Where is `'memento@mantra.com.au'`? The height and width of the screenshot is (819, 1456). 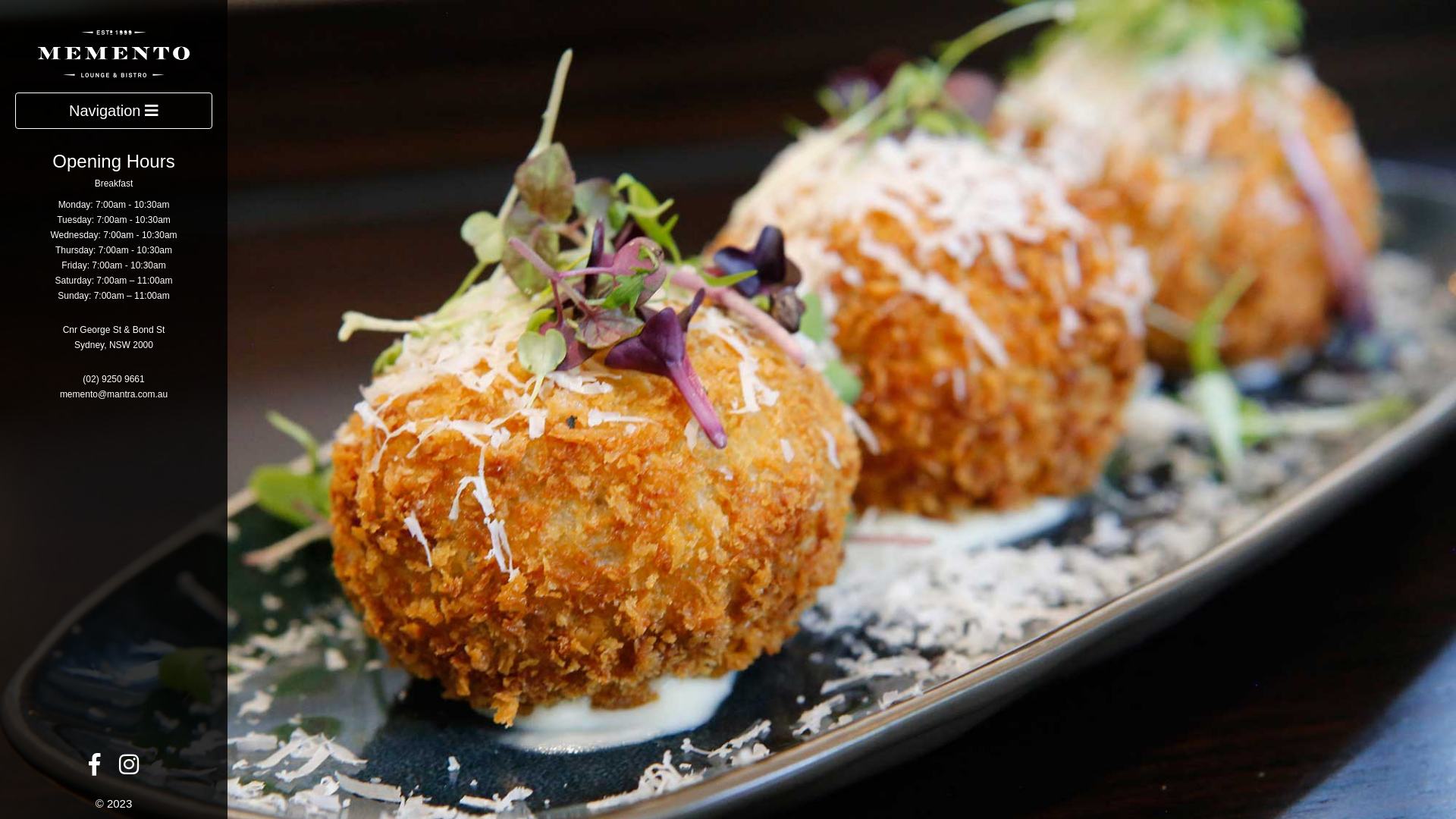
'memento@mantra.com.au' is located at coordinates (112, 394).